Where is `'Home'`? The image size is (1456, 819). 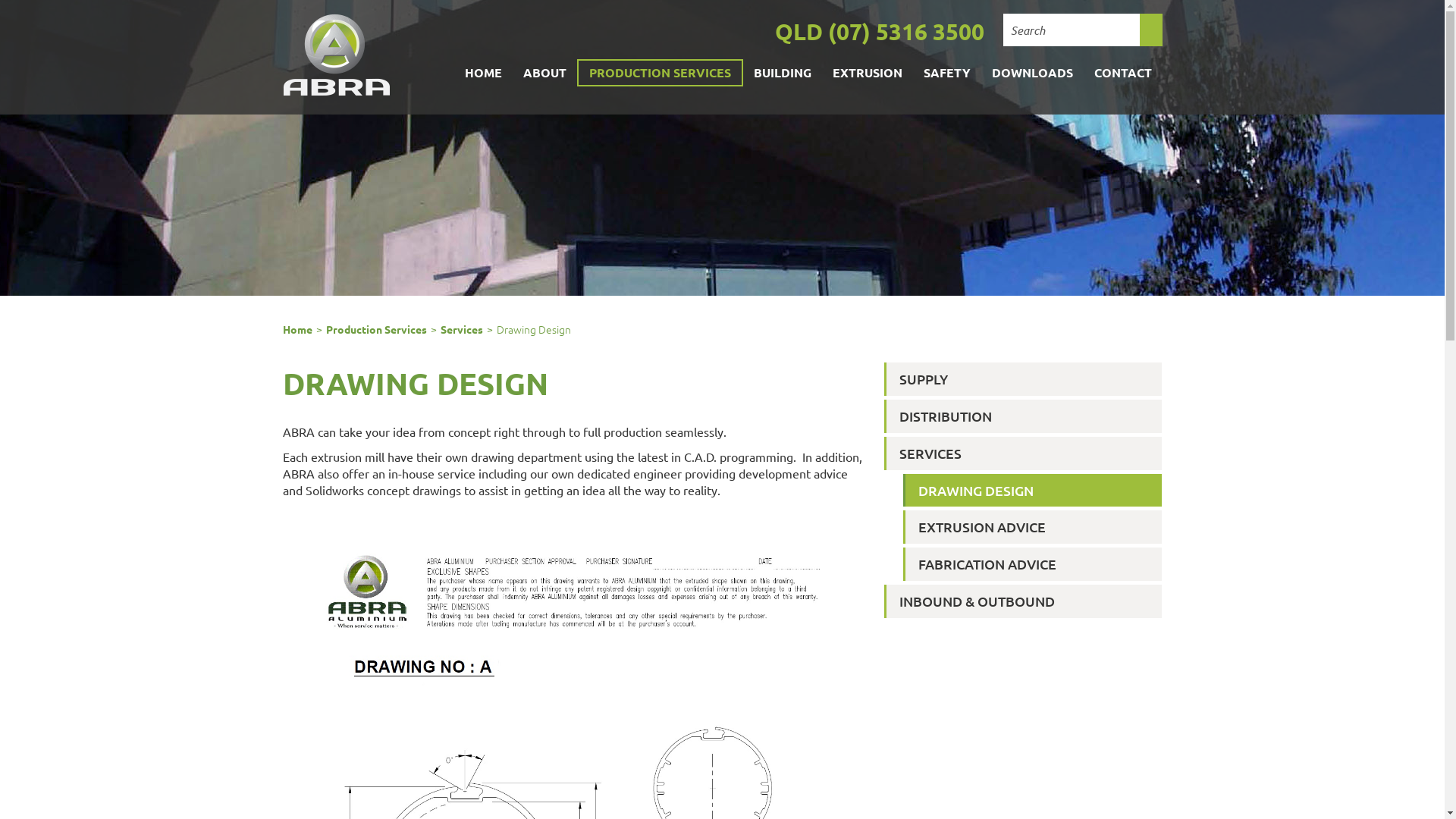 'Home' is located at coordinates (297, 328).